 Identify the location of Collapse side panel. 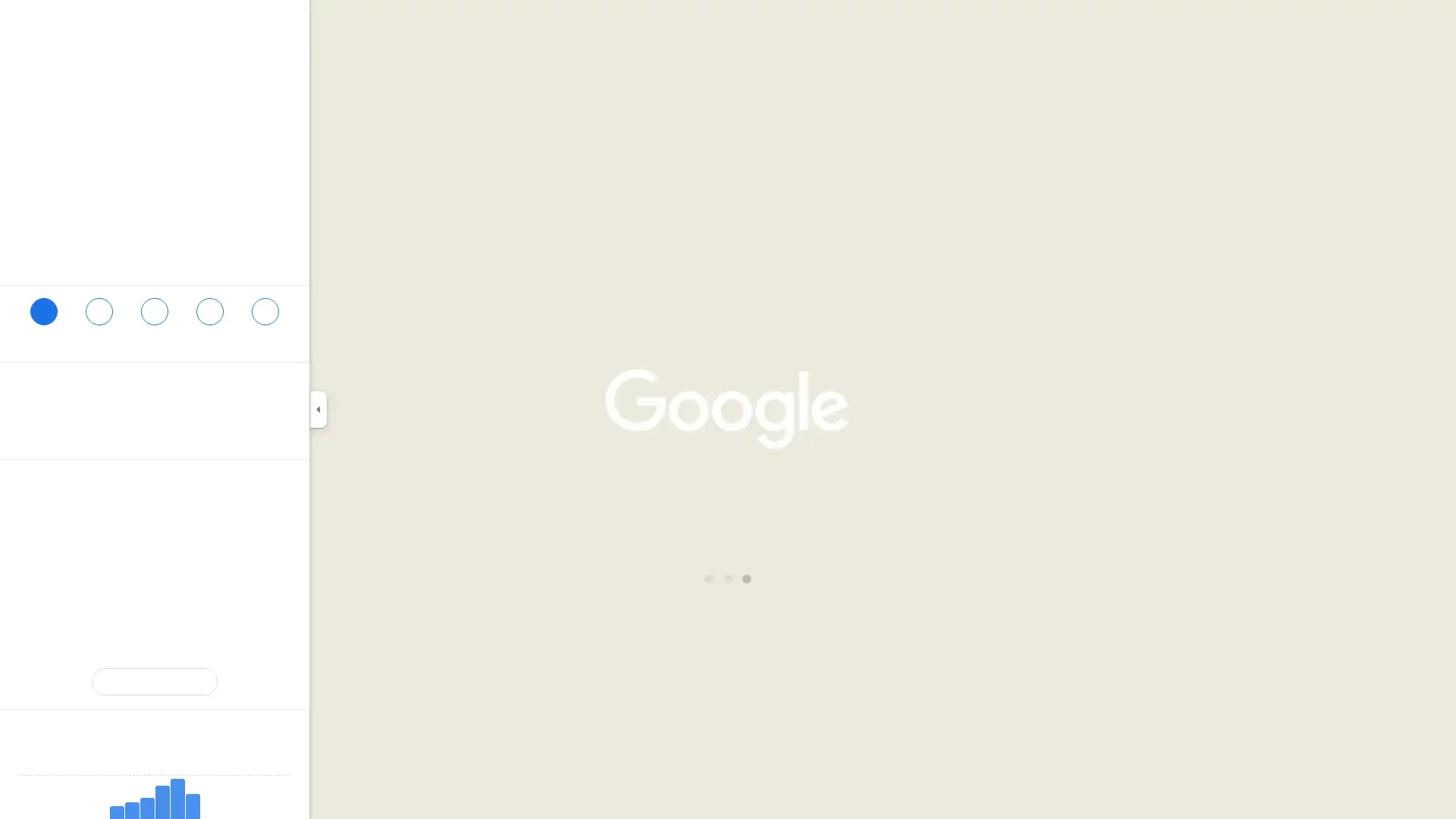
(317, 409).